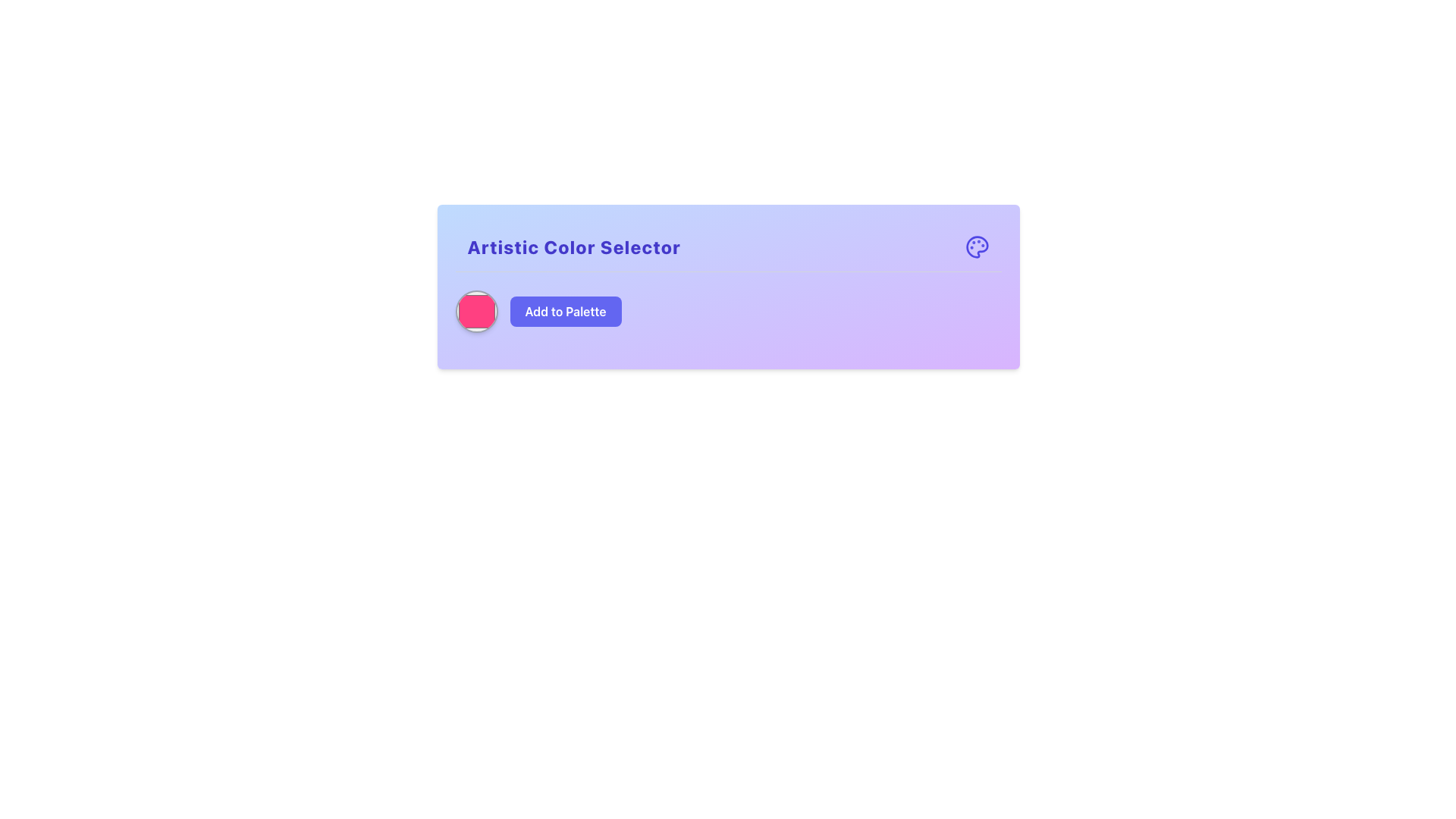  What do you see at coordinates (977, 246) in the screenshot?
I see `the artist's palette icon located at the top-right corner of the 'Artistic Color Selector' card header` at bounding box center [977, 246].